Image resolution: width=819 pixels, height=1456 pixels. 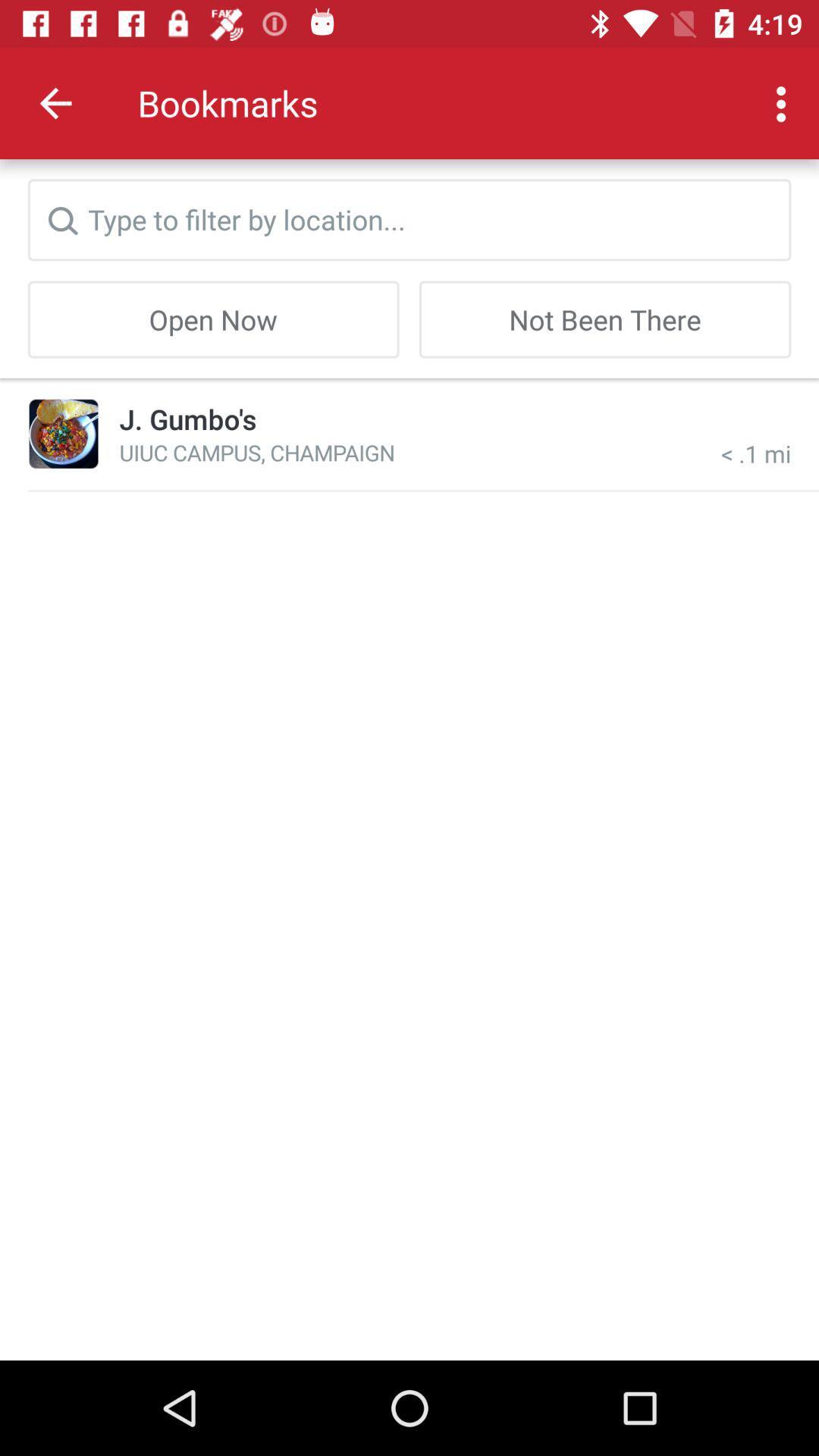 What do you see at coordinates (604, 318) in the screenshot?
I see `the item above < .1 mi item` at bounding box center [604, 318].